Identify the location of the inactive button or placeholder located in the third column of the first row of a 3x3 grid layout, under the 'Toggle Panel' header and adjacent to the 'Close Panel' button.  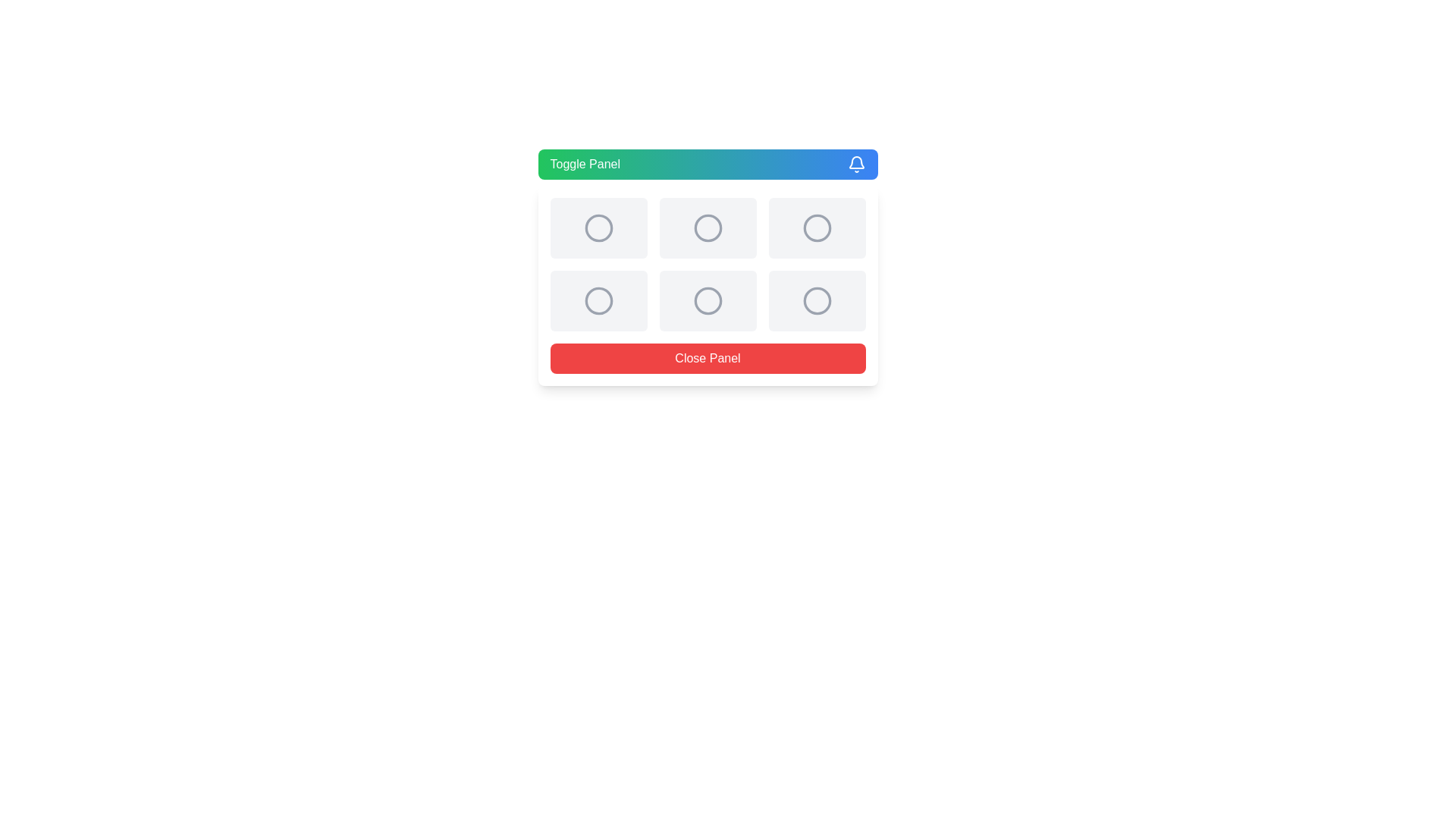
(816, 227).